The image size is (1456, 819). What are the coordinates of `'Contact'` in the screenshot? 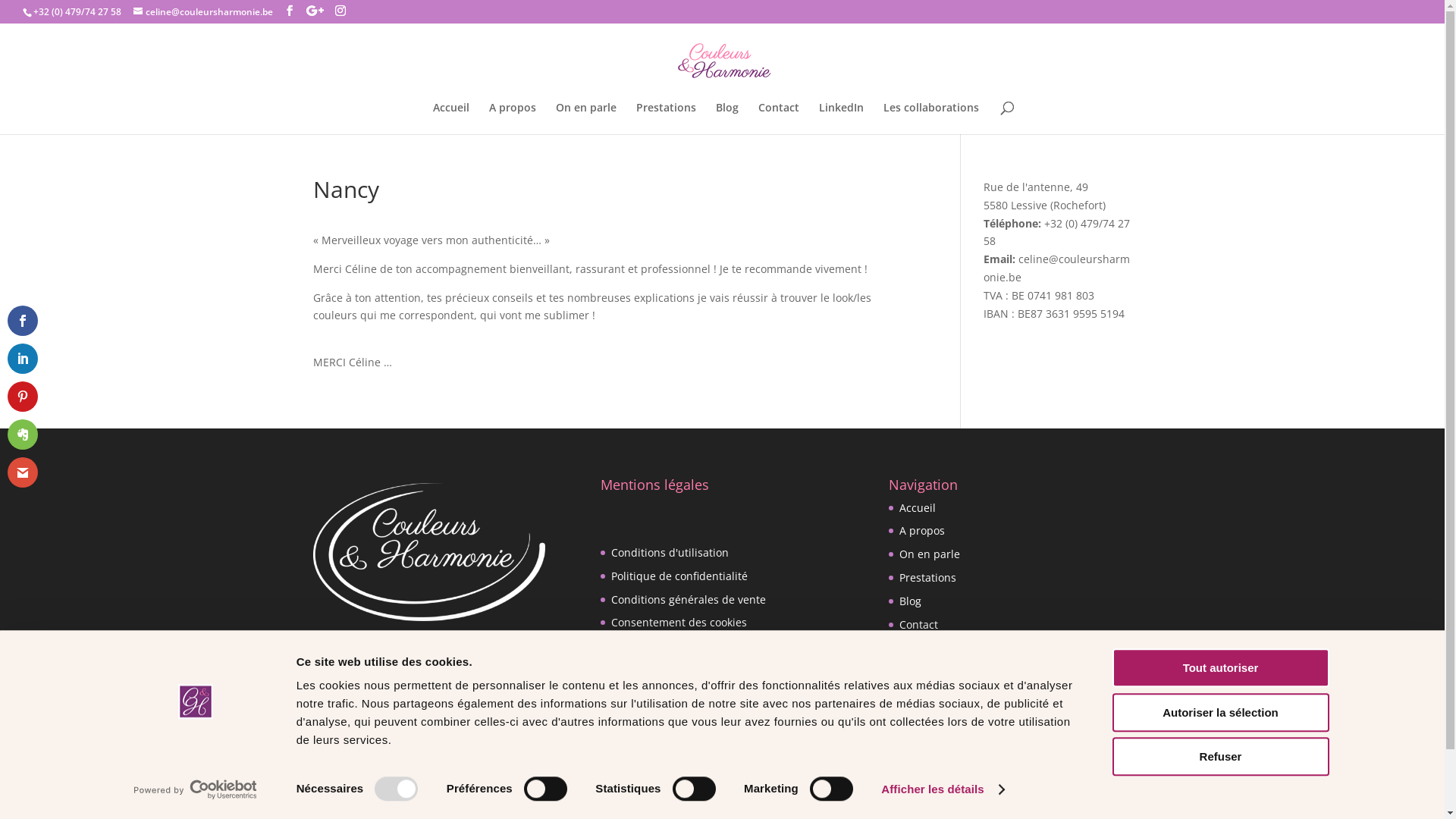 It's located at (918, 624).